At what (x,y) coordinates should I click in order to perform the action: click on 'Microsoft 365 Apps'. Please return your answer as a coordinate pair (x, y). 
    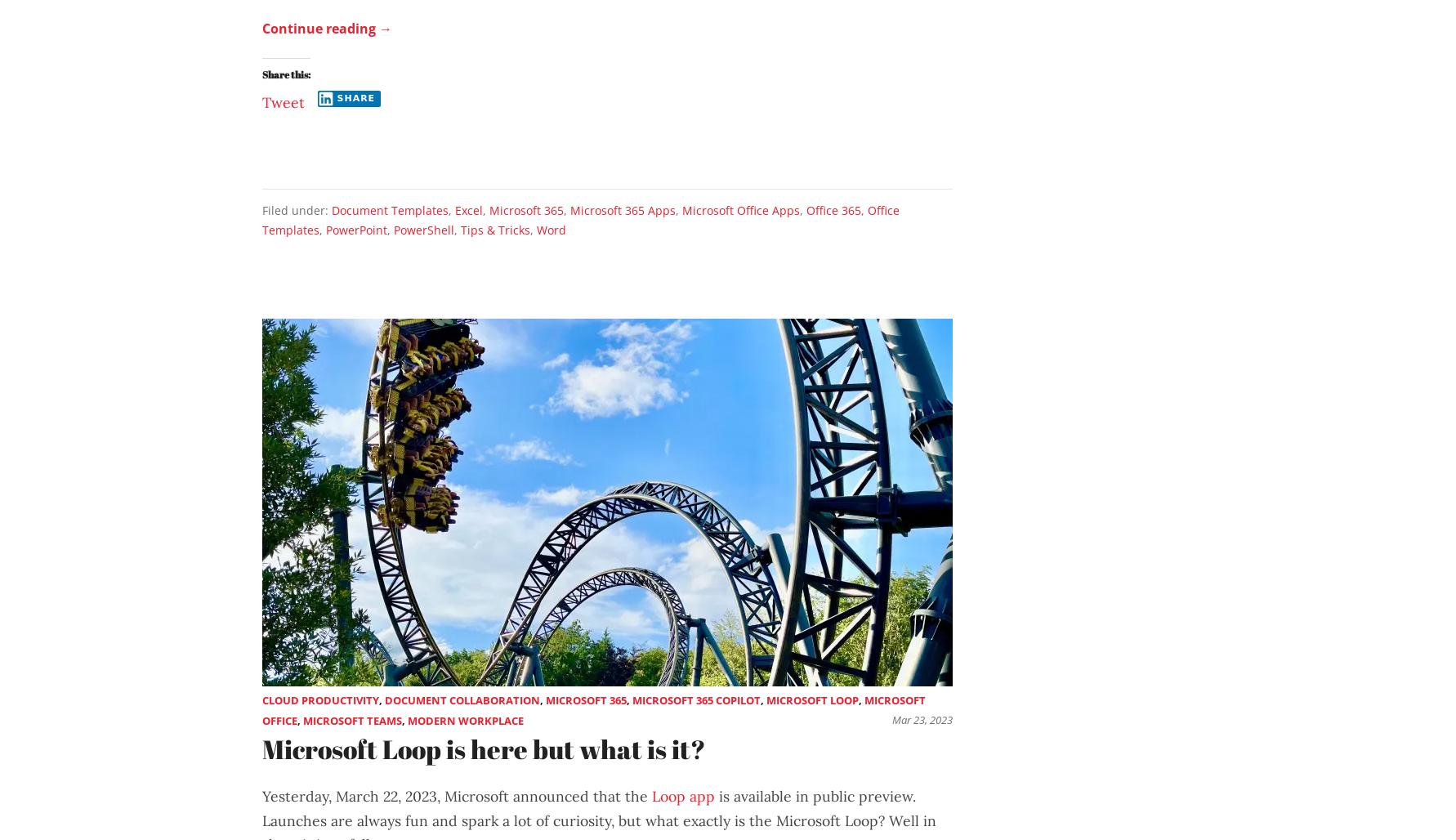
    Looking at the image, I should click on (569, 208).